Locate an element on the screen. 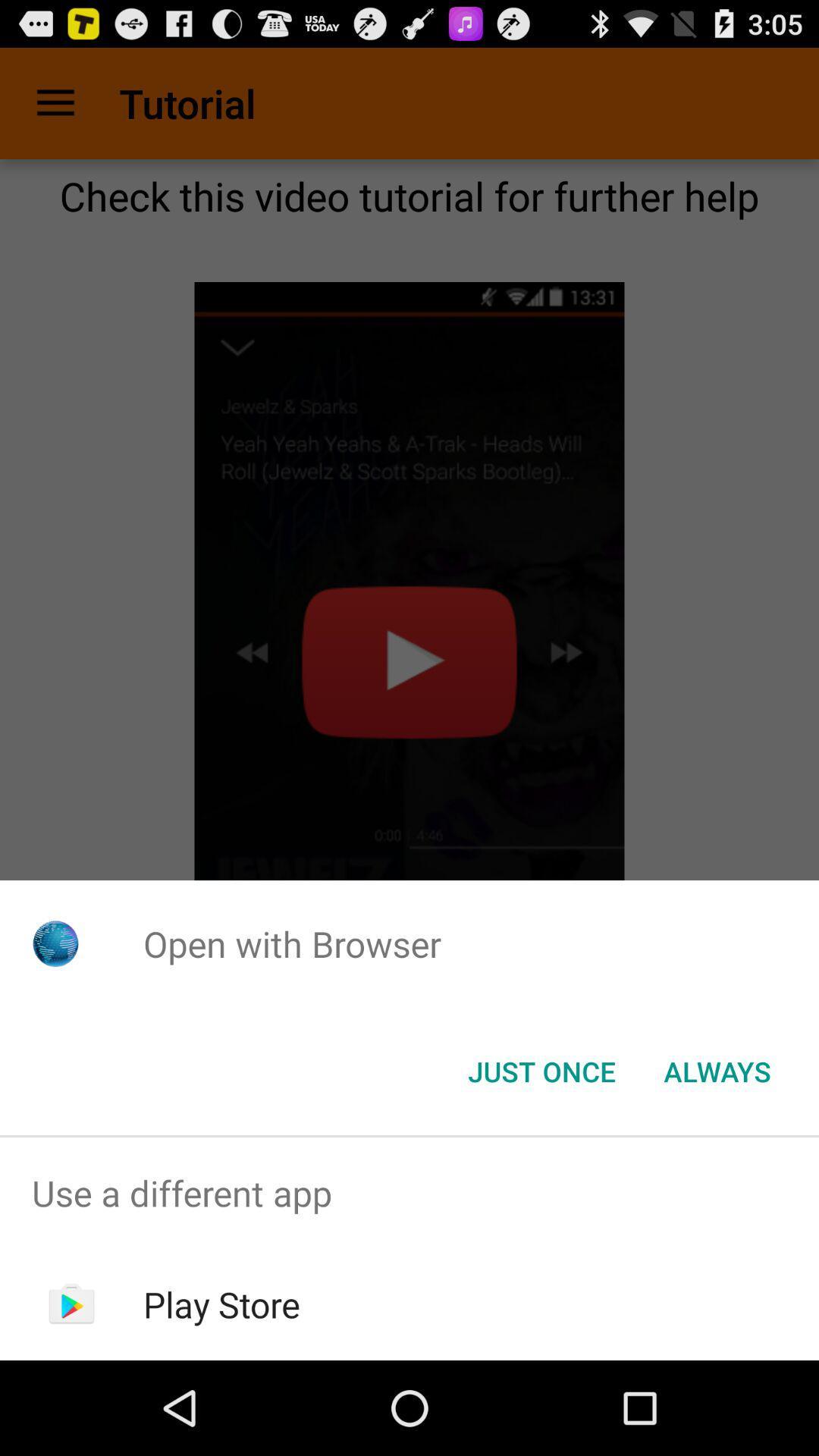  use a different is located at coordinates (409, 1192).